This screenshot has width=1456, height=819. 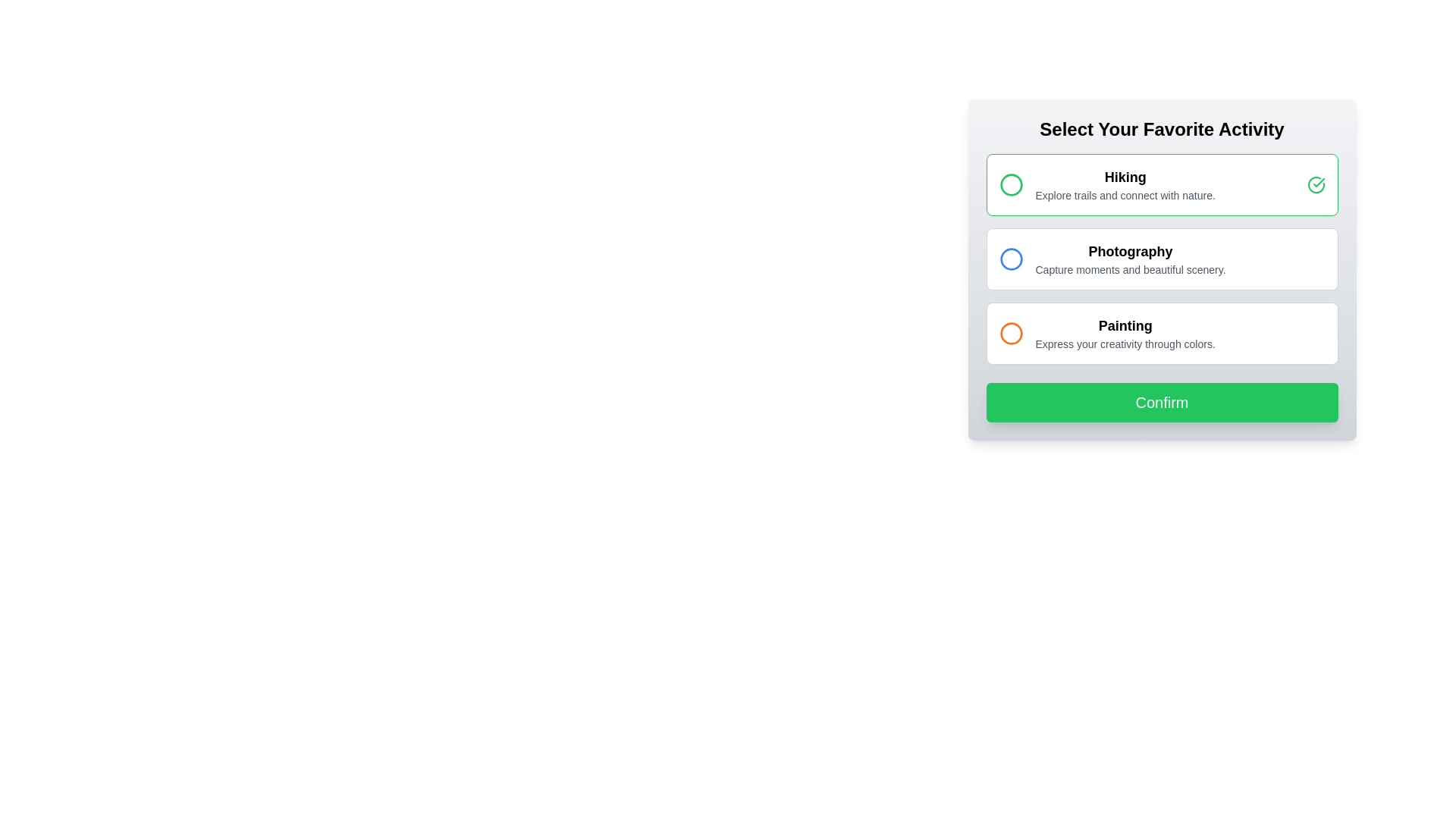 What do you see at coordinates (1125, 195) in the screenshot?
I see `the text line stating 'Explore trails and connect with nature.' in small, gray-colored font, which is located below the title 'Hiking' within the highlighted activity card` at bounding box center [1125, 195].